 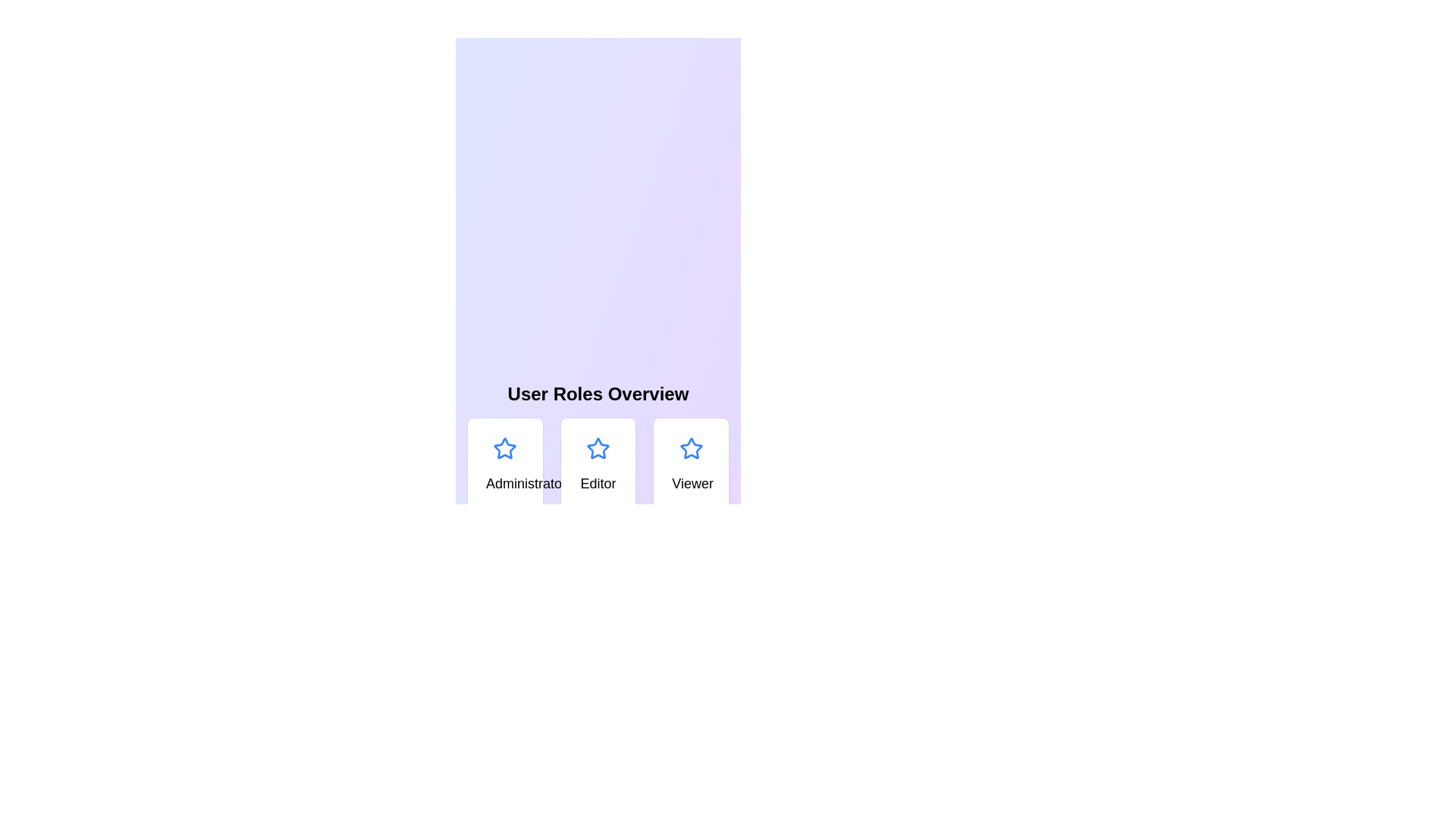 I want to click on the 'Viewer' text label, which is a bold, medium-large black text label located at the bottom section of a card-like structure, directly below a stylized blue star icon, so click(x=690, y=483).